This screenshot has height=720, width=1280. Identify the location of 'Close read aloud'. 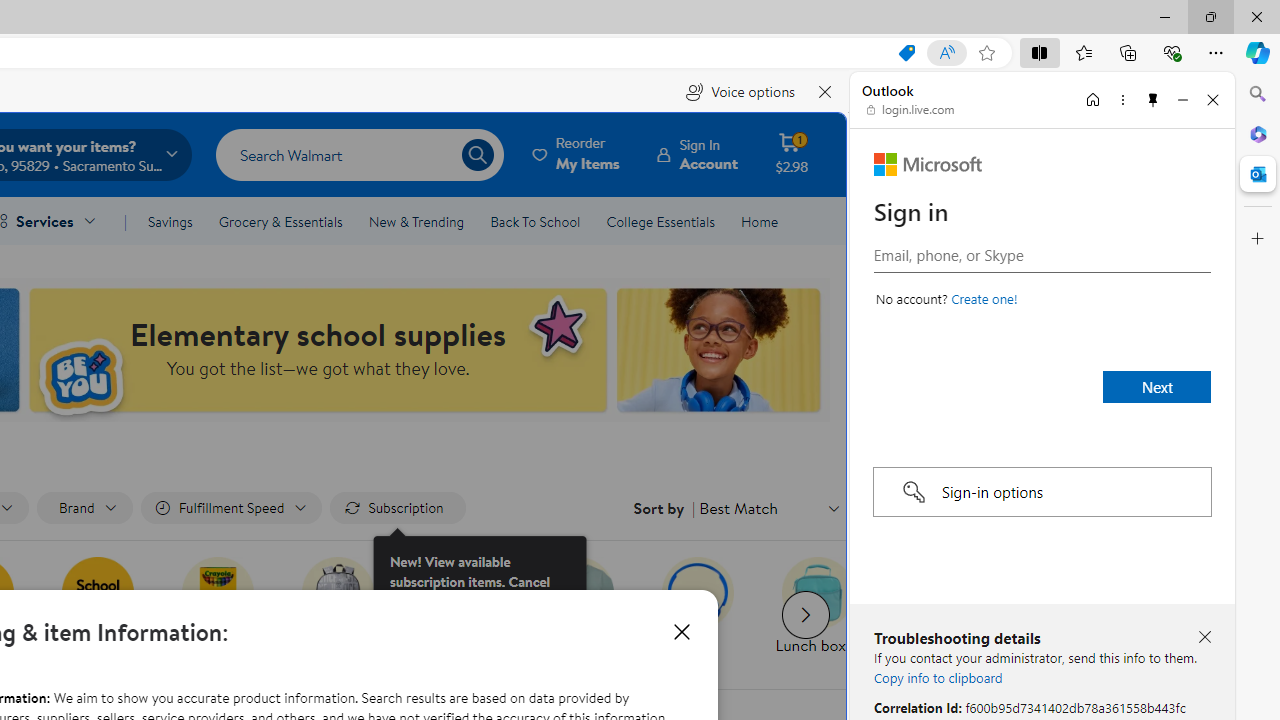
(825, 92).